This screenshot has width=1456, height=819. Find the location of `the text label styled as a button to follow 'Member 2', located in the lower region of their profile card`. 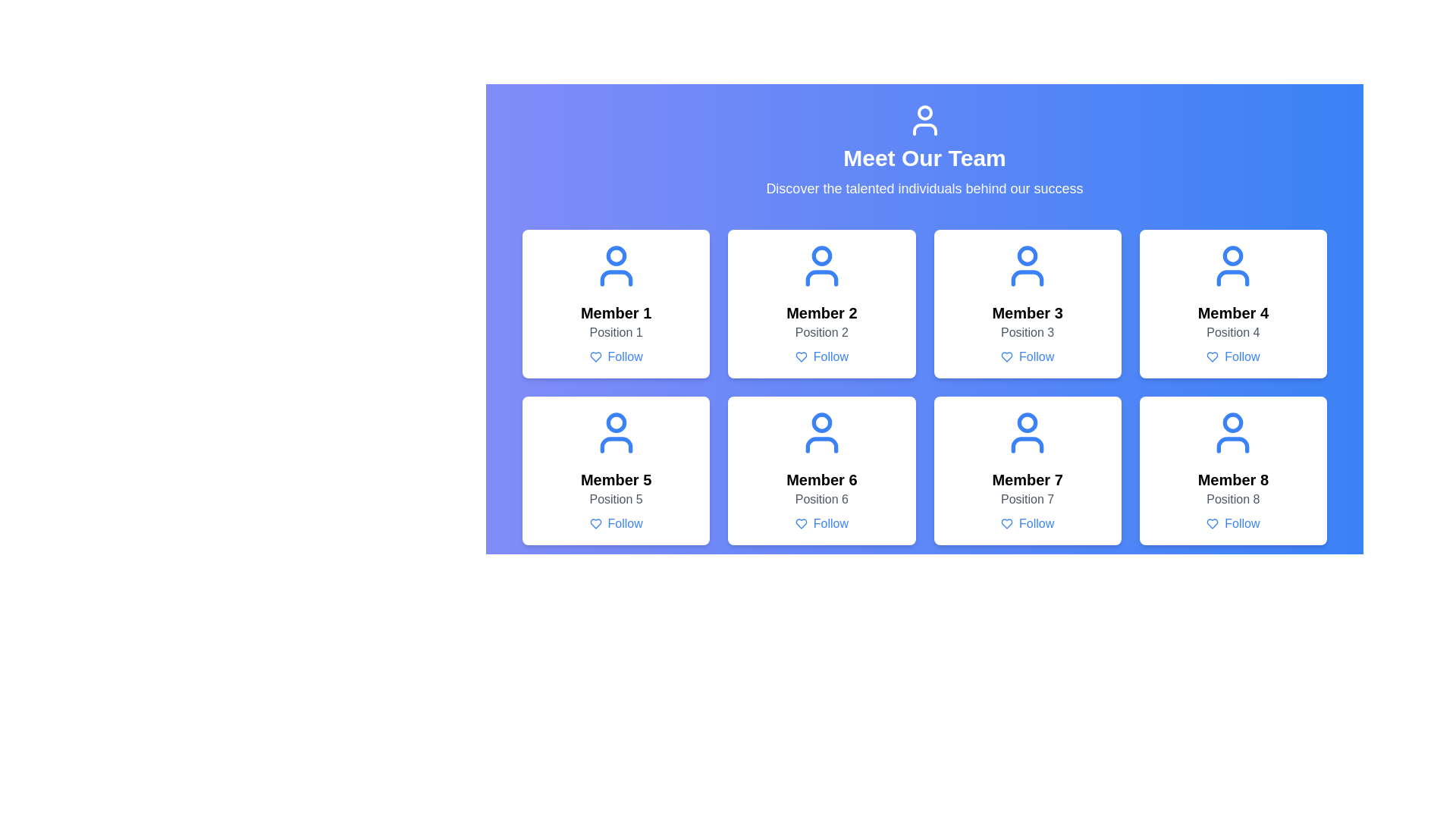

the text label styled as a button to follow 'Member 2', located in the lower region of their profile card is located at coordinates (830, 356).